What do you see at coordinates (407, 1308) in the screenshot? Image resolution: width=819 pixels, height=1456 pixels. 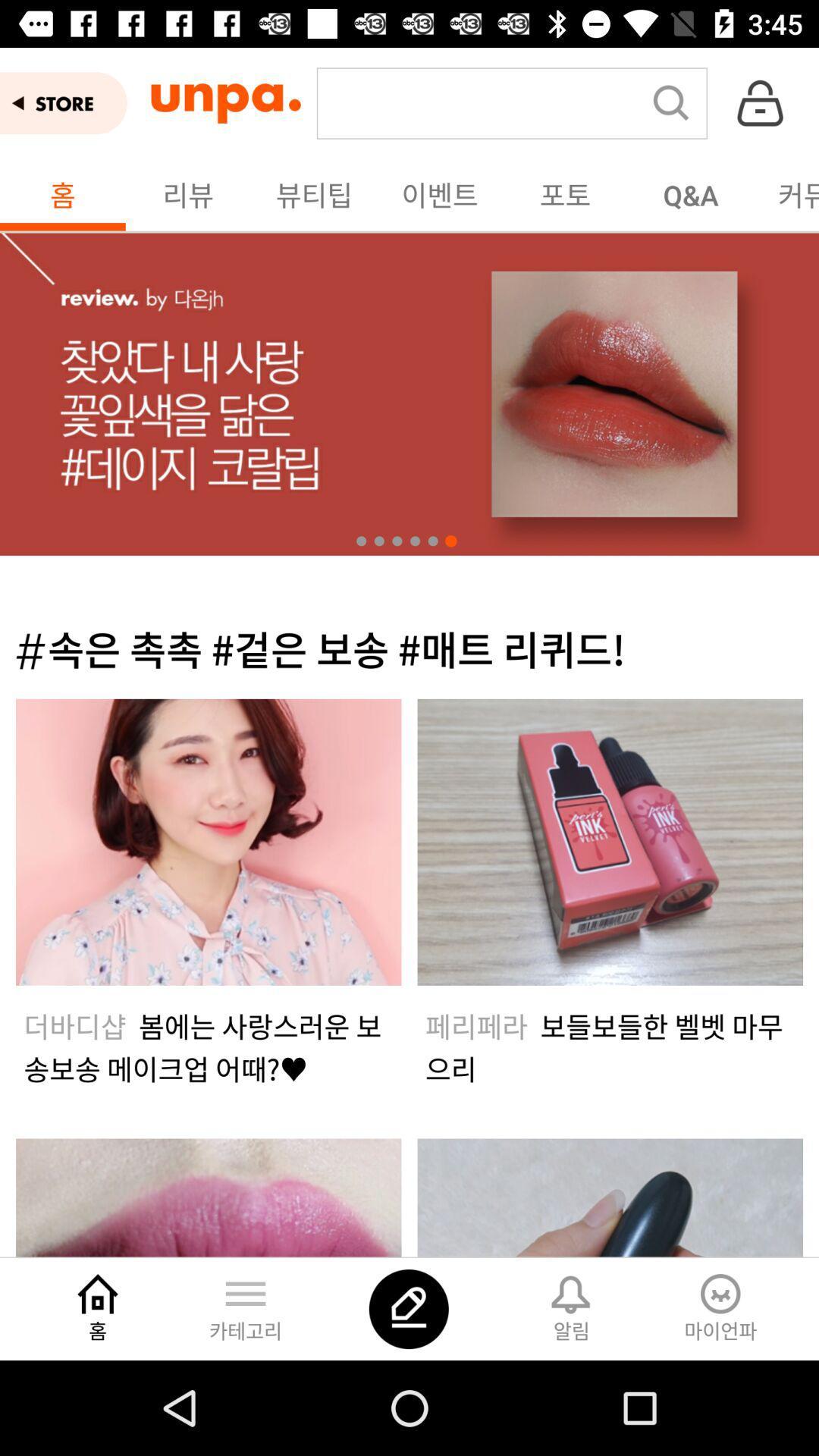 I see `the thumbs_up icon` at bounding box center [407, 1308].